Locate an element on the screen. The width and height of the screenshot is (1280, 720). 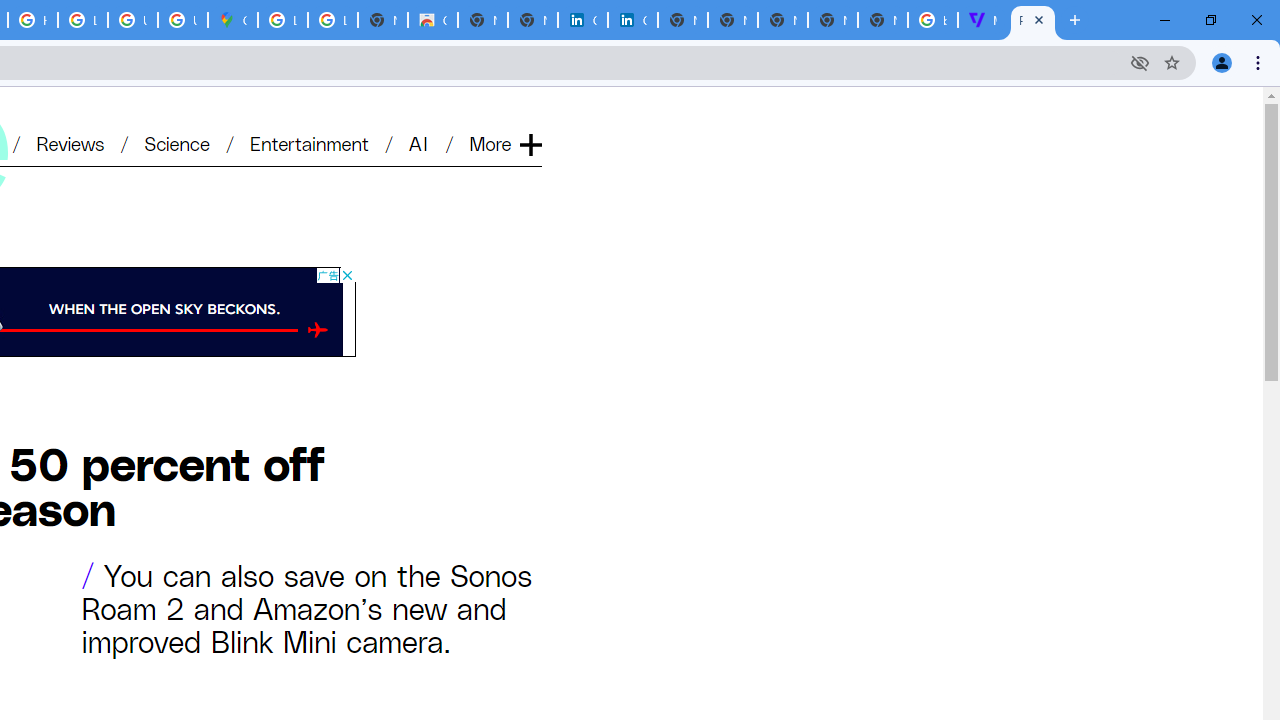
'Menu Expand' is located at coordinates (507, 111).